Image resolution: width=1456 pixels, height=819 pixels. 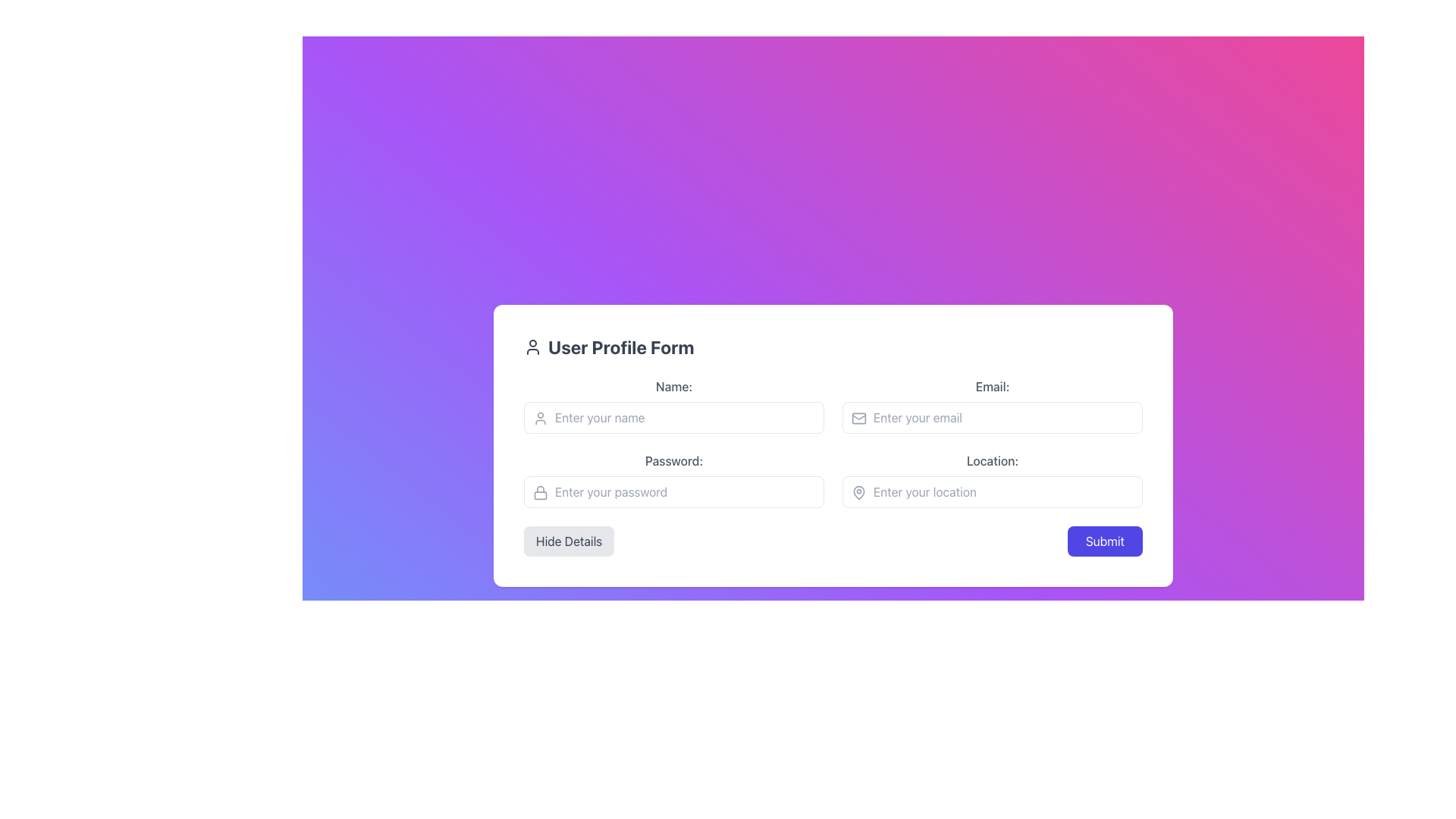 What do you see at coordinates (858, 417) in the screenshot?
I see `the email icon represented by an envelope shape located in the top-left corner of the white text box section, aligned with the 'User Profile Form' title` at bounding box center [858, 417].